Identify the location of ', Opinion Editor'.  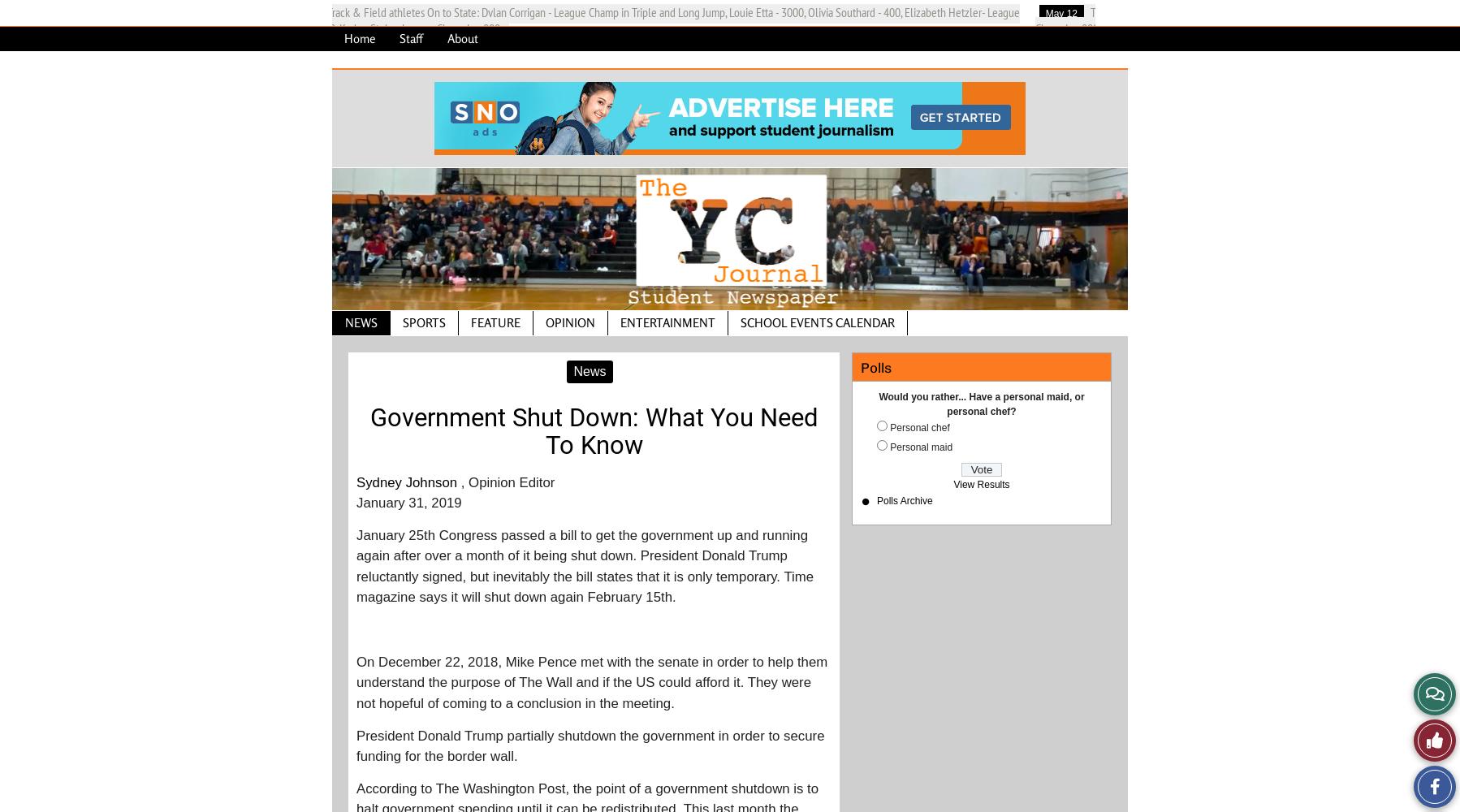
(506, 481).